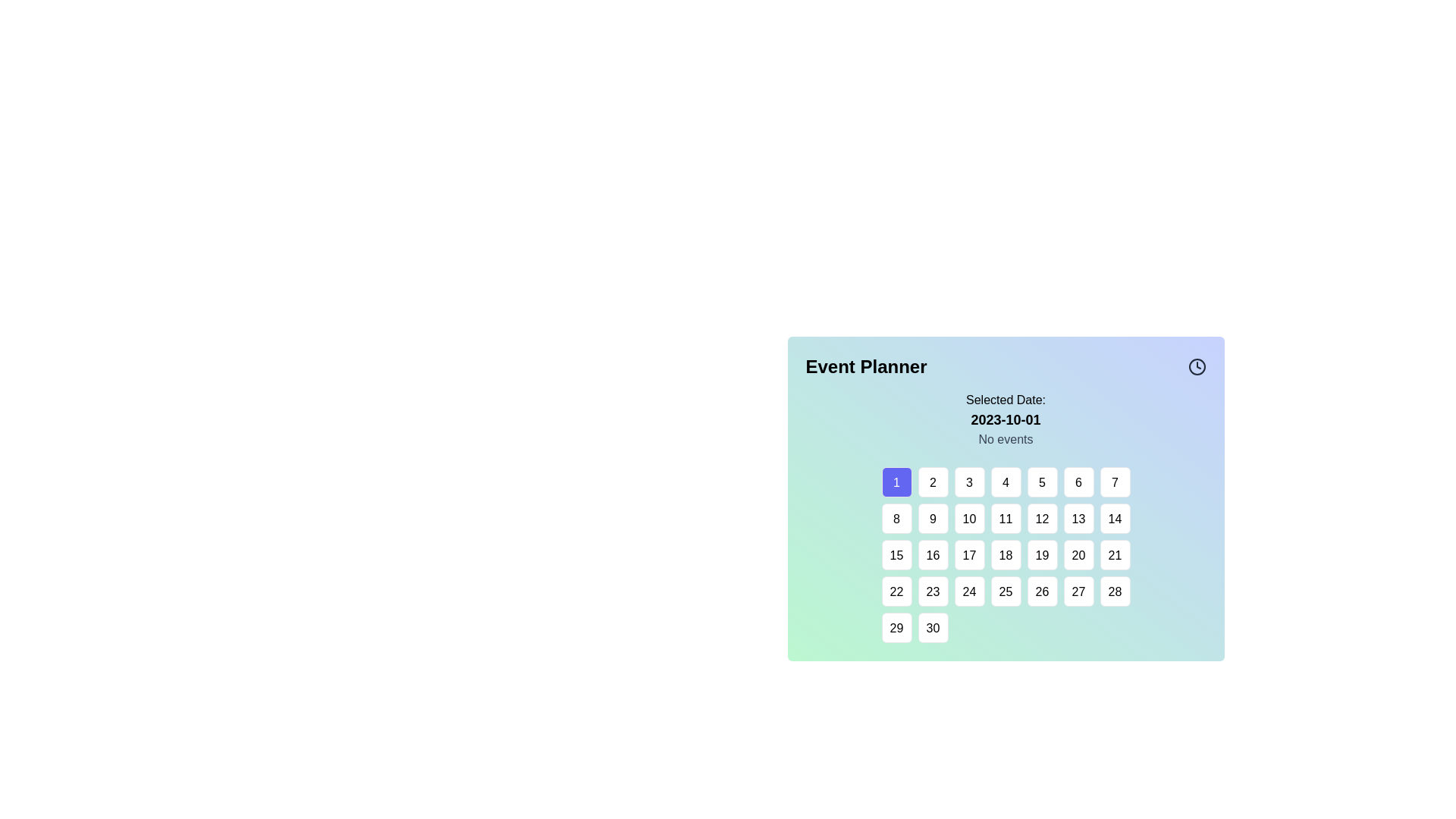  What do you see at coordinates (932, 517) in the screenshot?
I see `the date selector button located in the second row and second column of the calendar grid under the 'Event Planner' heading` at bounding box center [932, 517].